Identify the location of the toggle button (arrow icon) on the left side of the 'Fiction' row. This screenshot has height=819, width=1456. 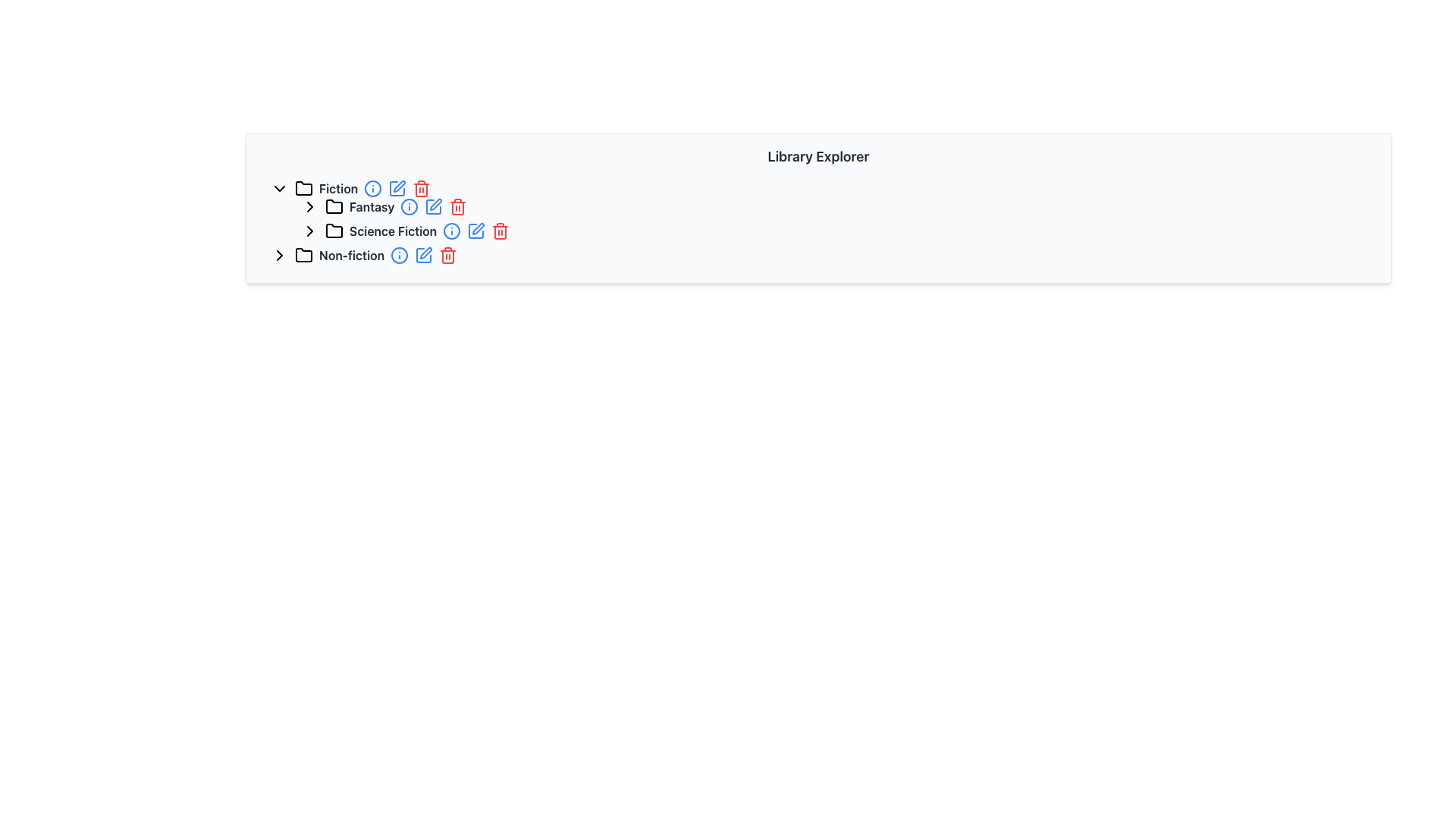
(280, 188).